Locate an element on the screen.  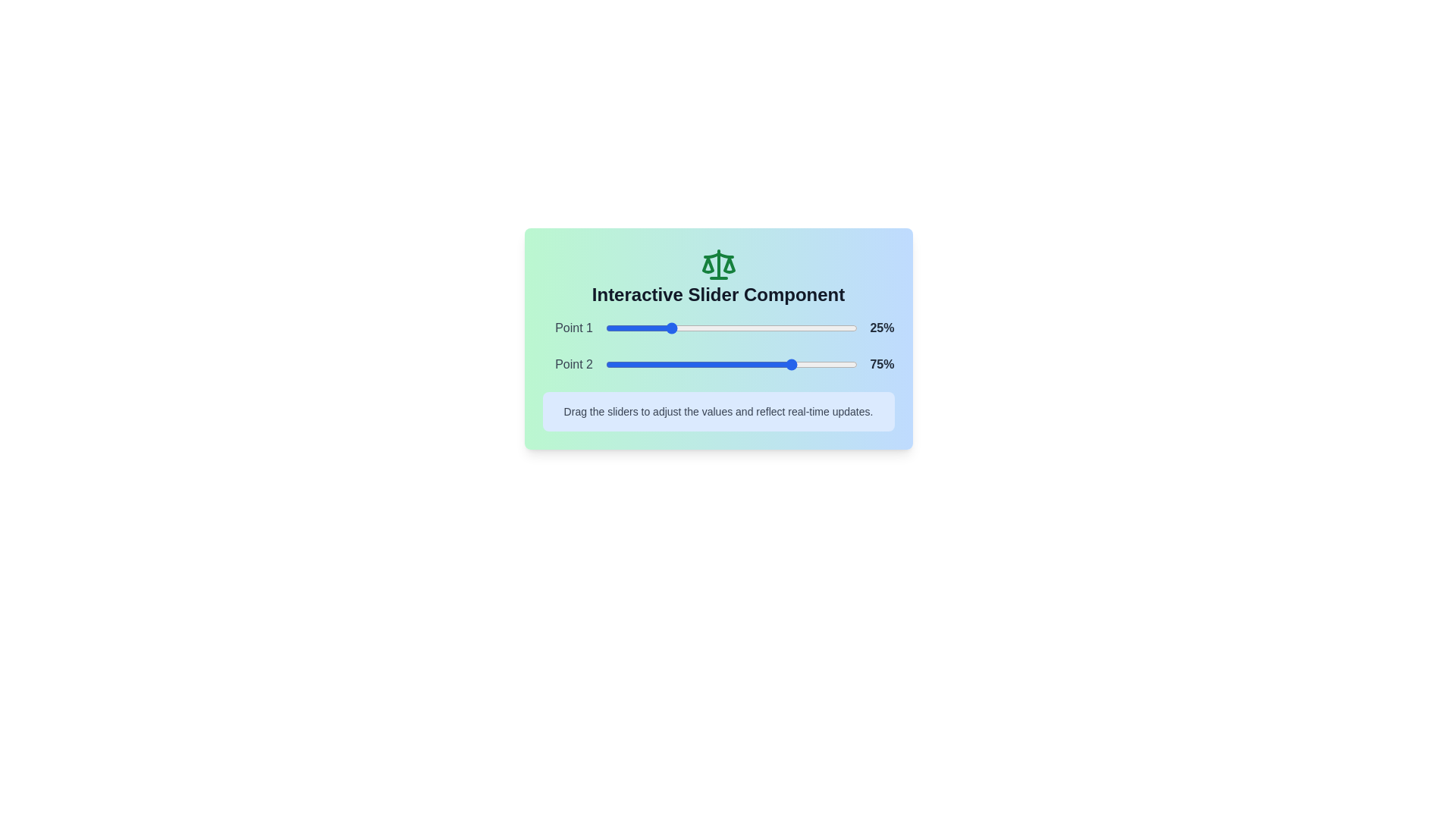
the slider to set its value to 52% is located at coordinates (736, 327).